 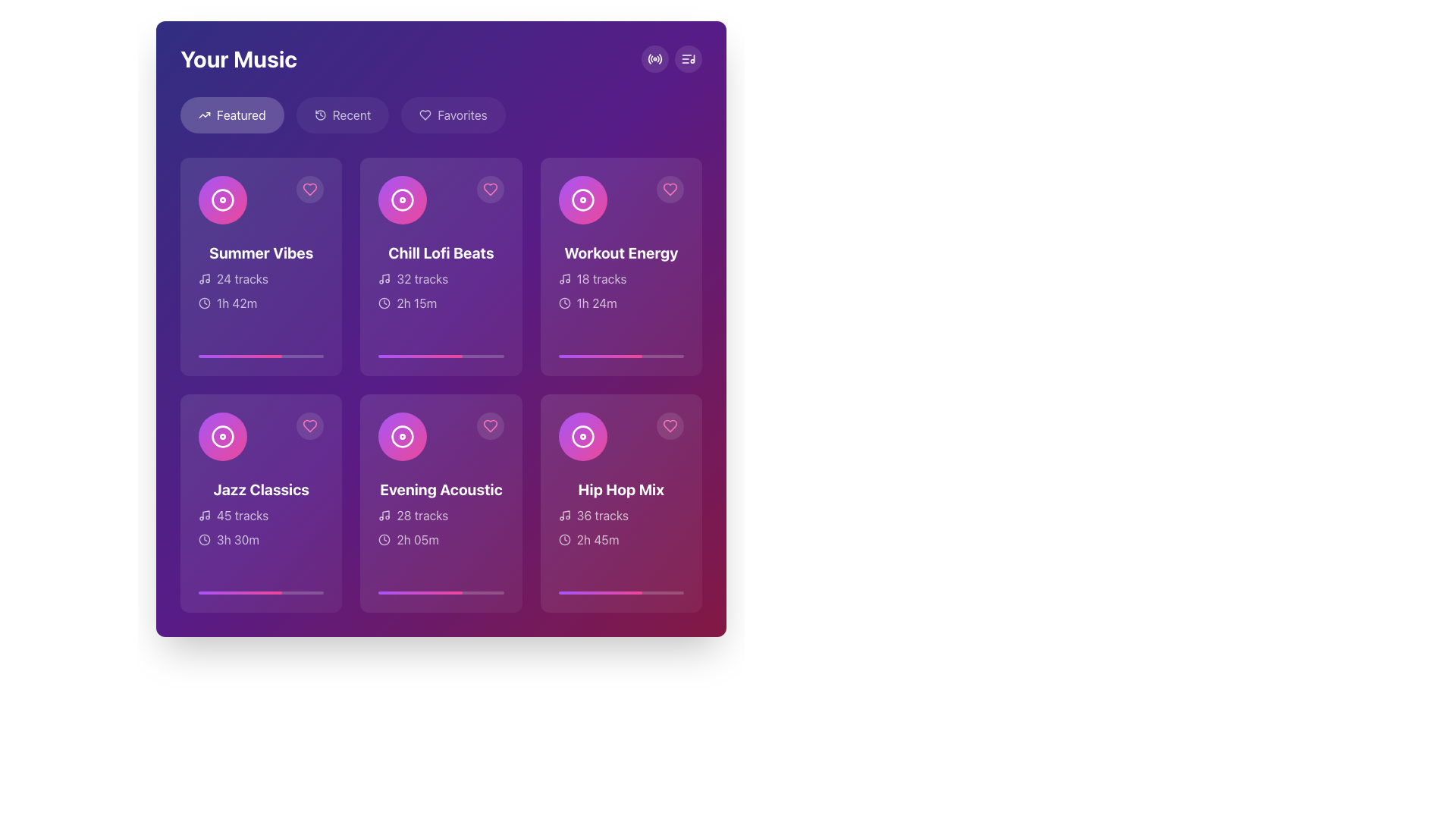 I want to click on the static informational text label displaying metadata about the playlist, which shows the number of tracks and is located under the title of the 'Evening Acoustic' card in the second row of the grid, so click(x=440, y=514).